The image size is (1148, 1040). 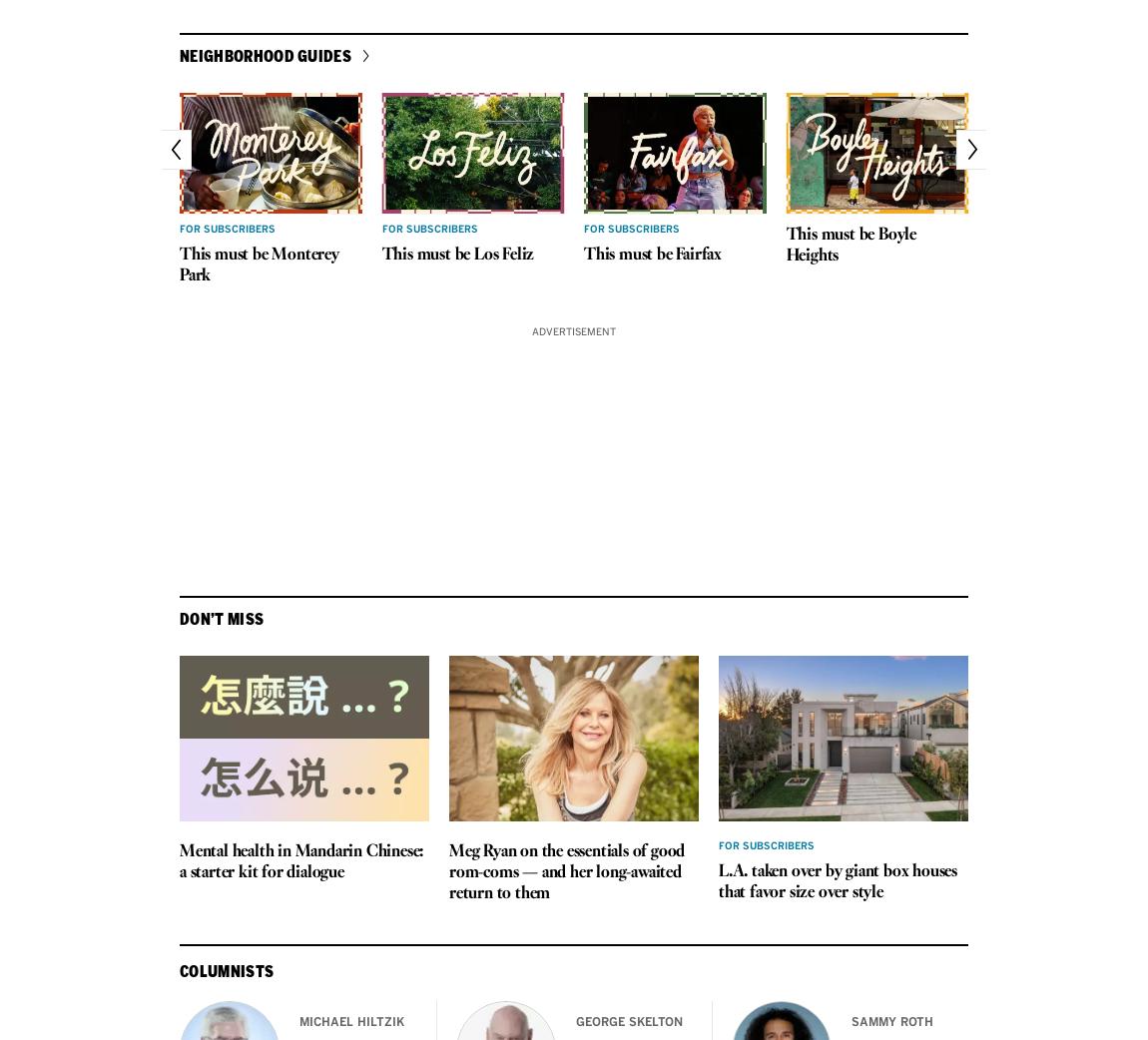 I want to click on 'This must be Monterey Park', so click(x=258, y=263).